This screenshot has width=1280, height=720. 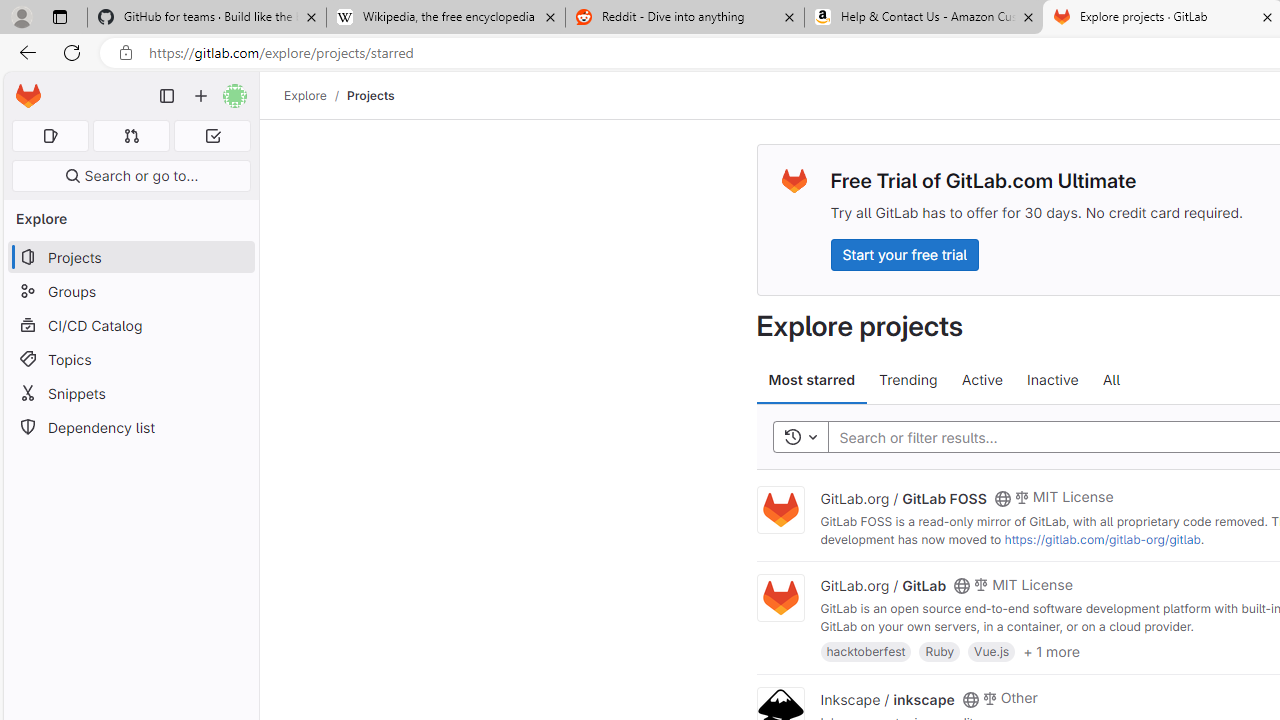 What do you see at coordinates (907, 380) in the screenshot?
I see `'Trending'` at bounding box center [907, 380].